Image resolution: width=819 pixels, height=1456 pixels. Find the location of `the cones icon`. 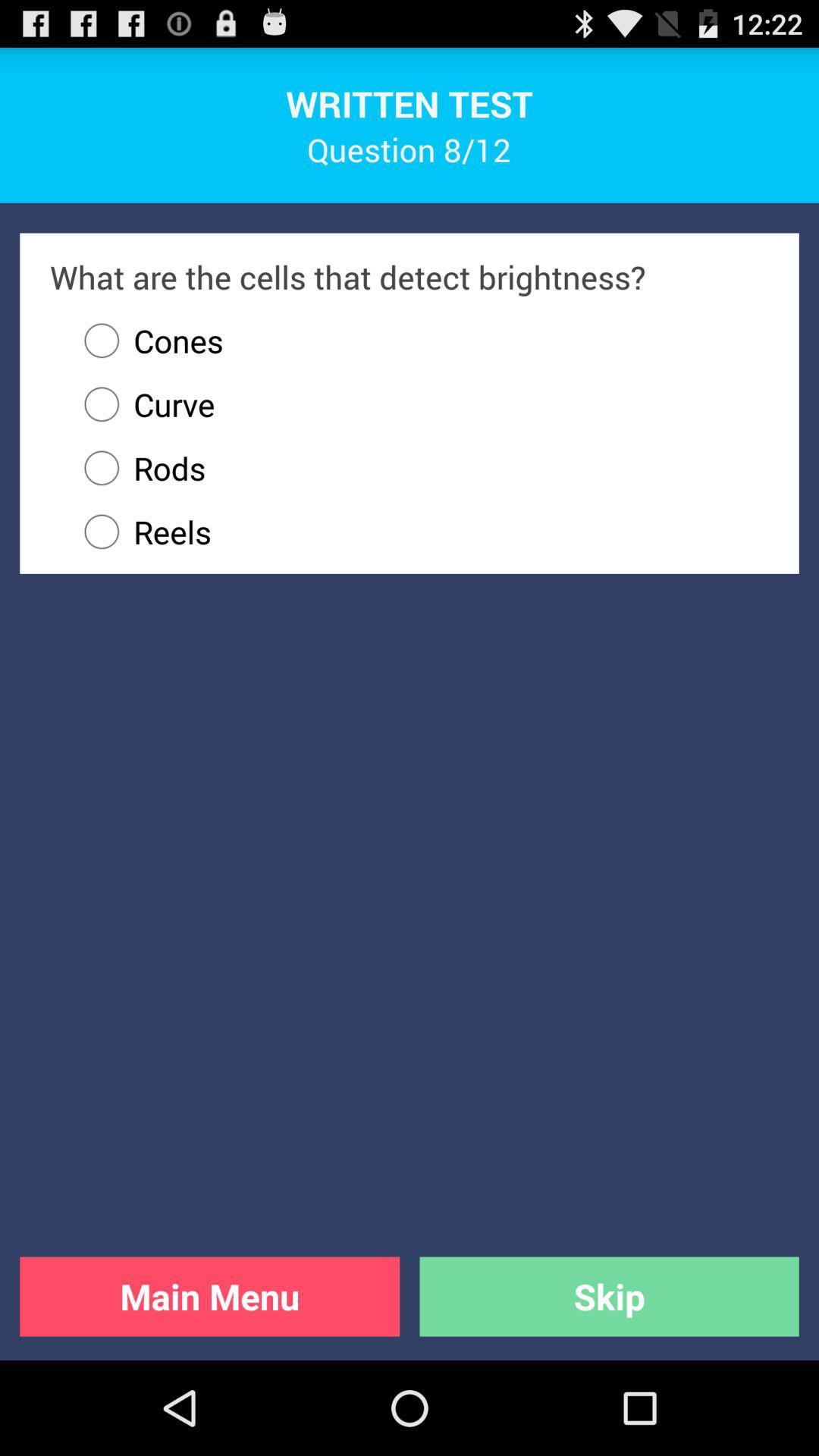

the cones icon is located at coordinates (146, 340).